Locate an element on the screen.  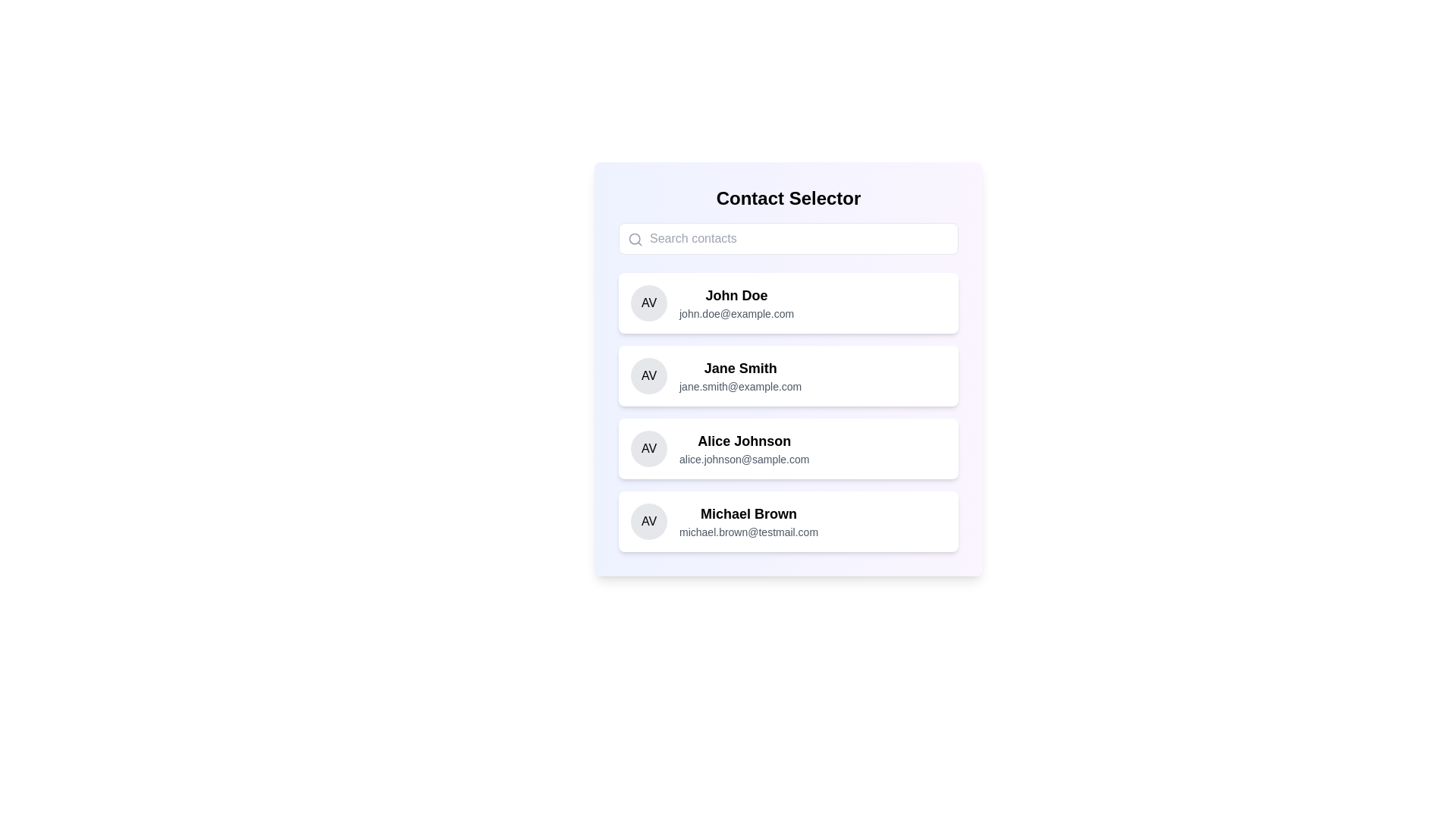
text content from the text block displaying 'Jane Smith' and 'jane.smith@example.com' in the contact list is located at coordinates (740, 375).